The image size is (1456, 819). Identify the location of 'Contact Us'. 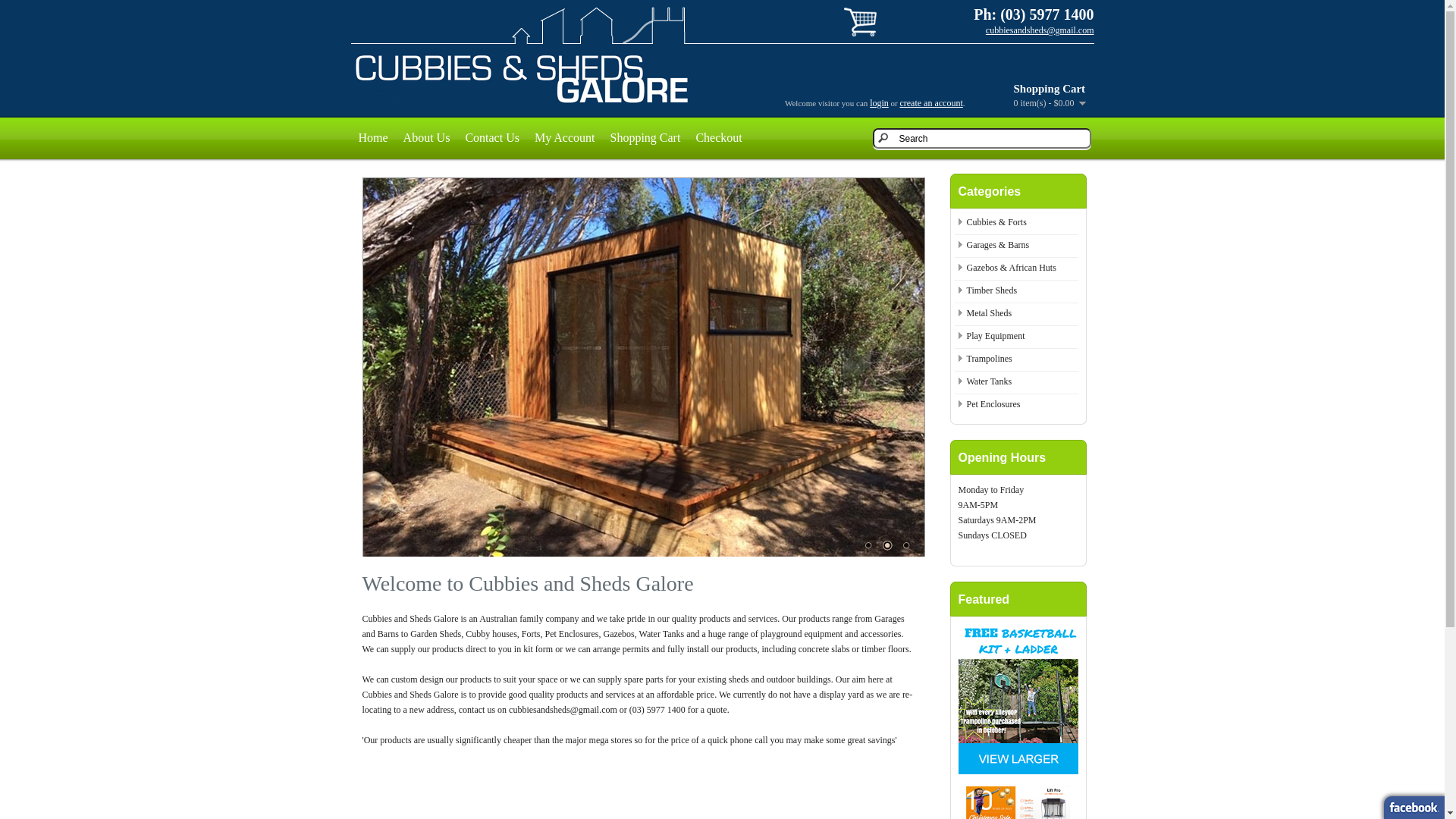
(491, 137).